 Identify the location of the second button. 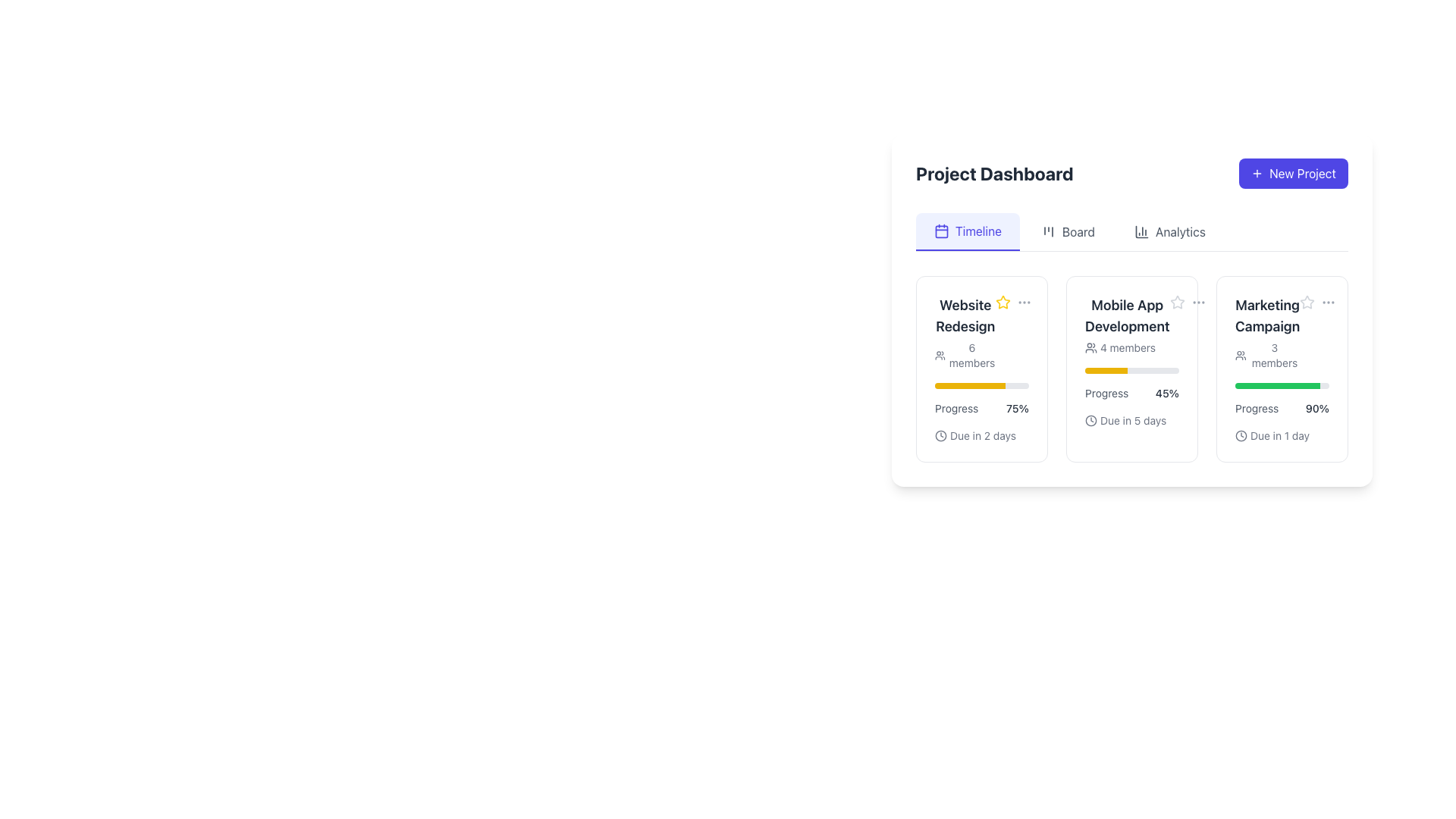
(1067, 231).